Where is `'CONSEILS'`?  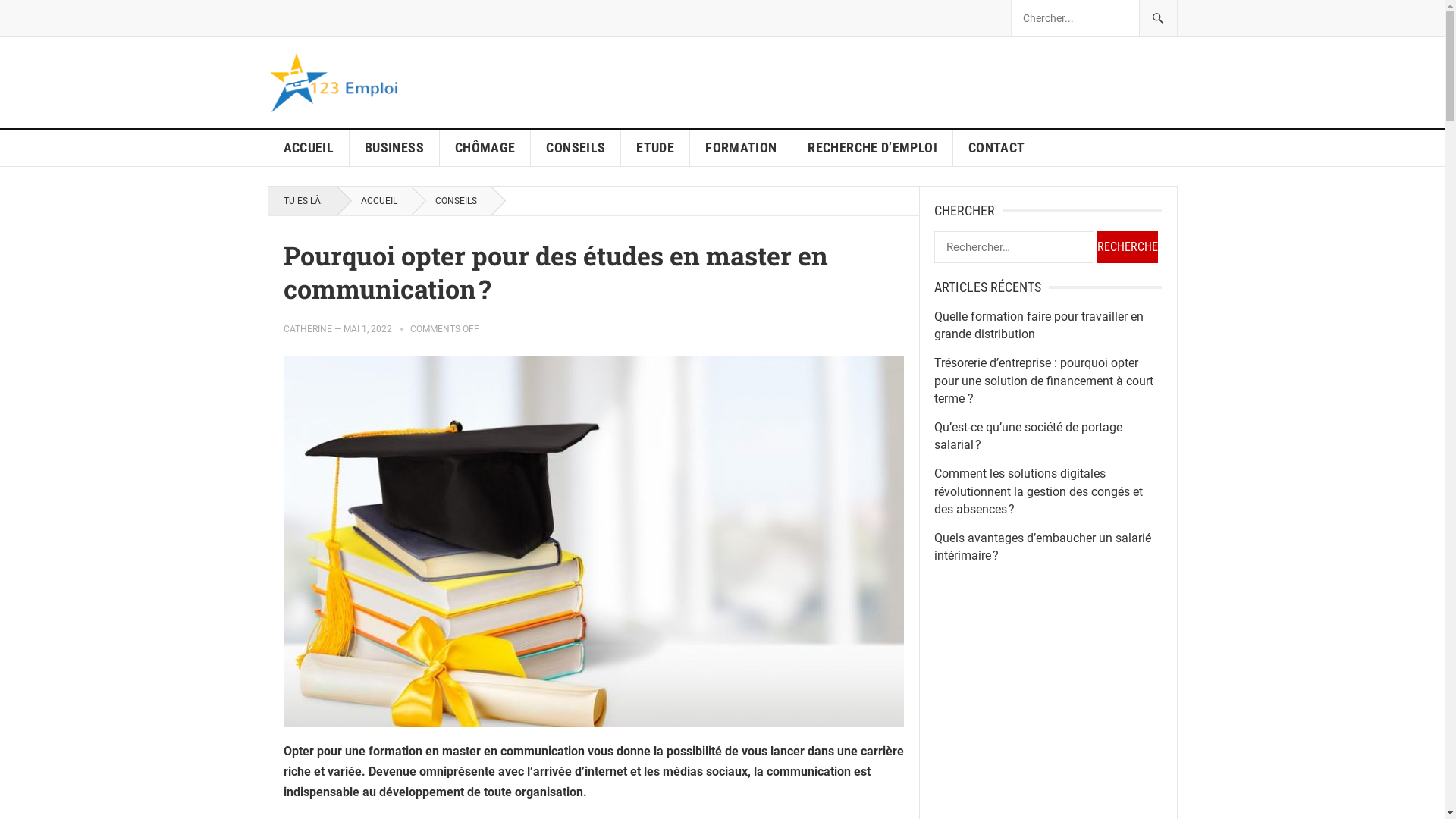 'CONSEILS' is located at coordinates (575, 148).